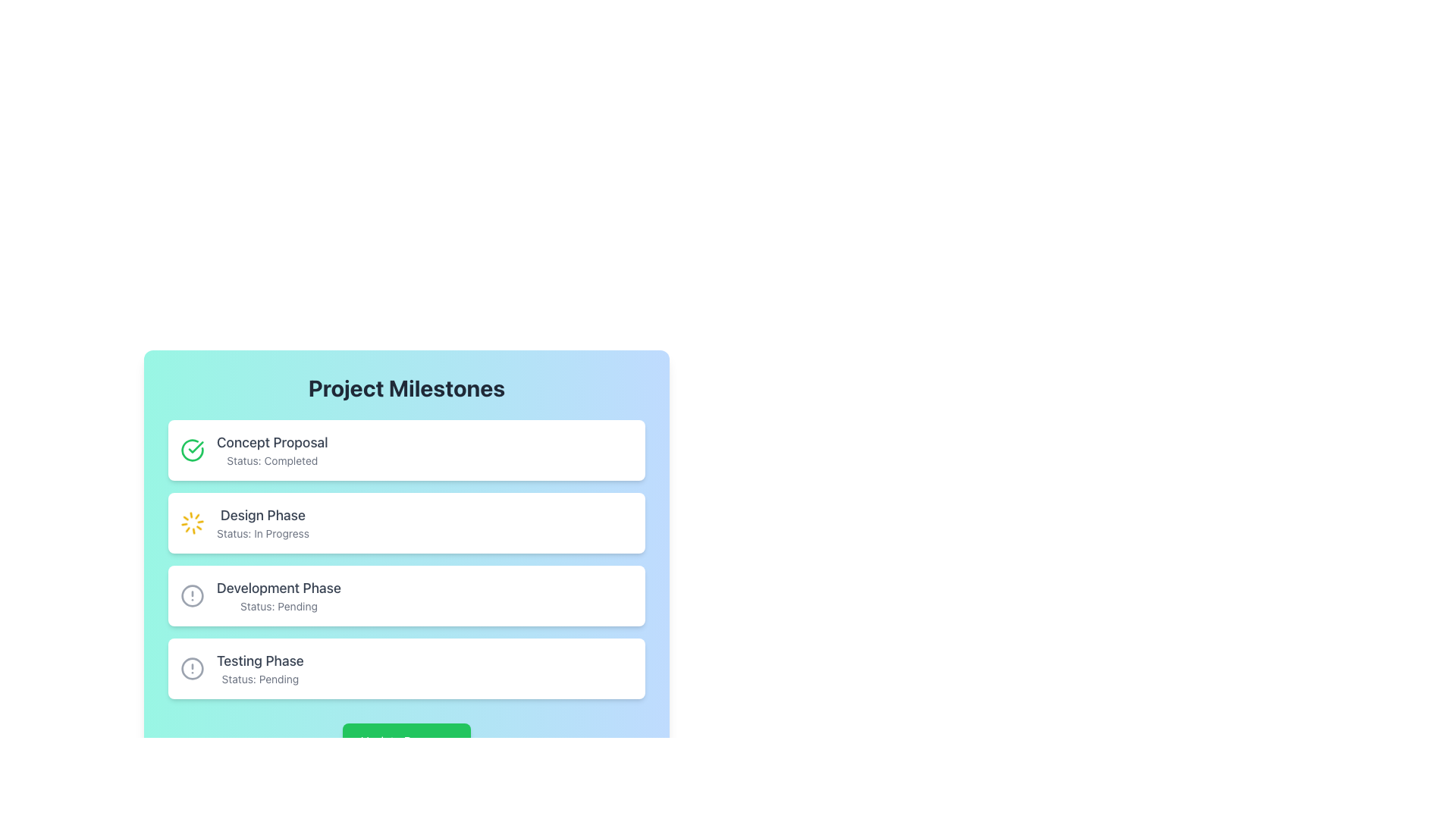 The image size is (1456, 819). Describe the element at coordinates (279, 587) in the screenshot. I see `text label displaying 'Development Phase' in bold gray font located in the 'Project Milestones' section, above the 'Status: Pending' text and to the right of a circular icon with an exclamation mark` at that location.